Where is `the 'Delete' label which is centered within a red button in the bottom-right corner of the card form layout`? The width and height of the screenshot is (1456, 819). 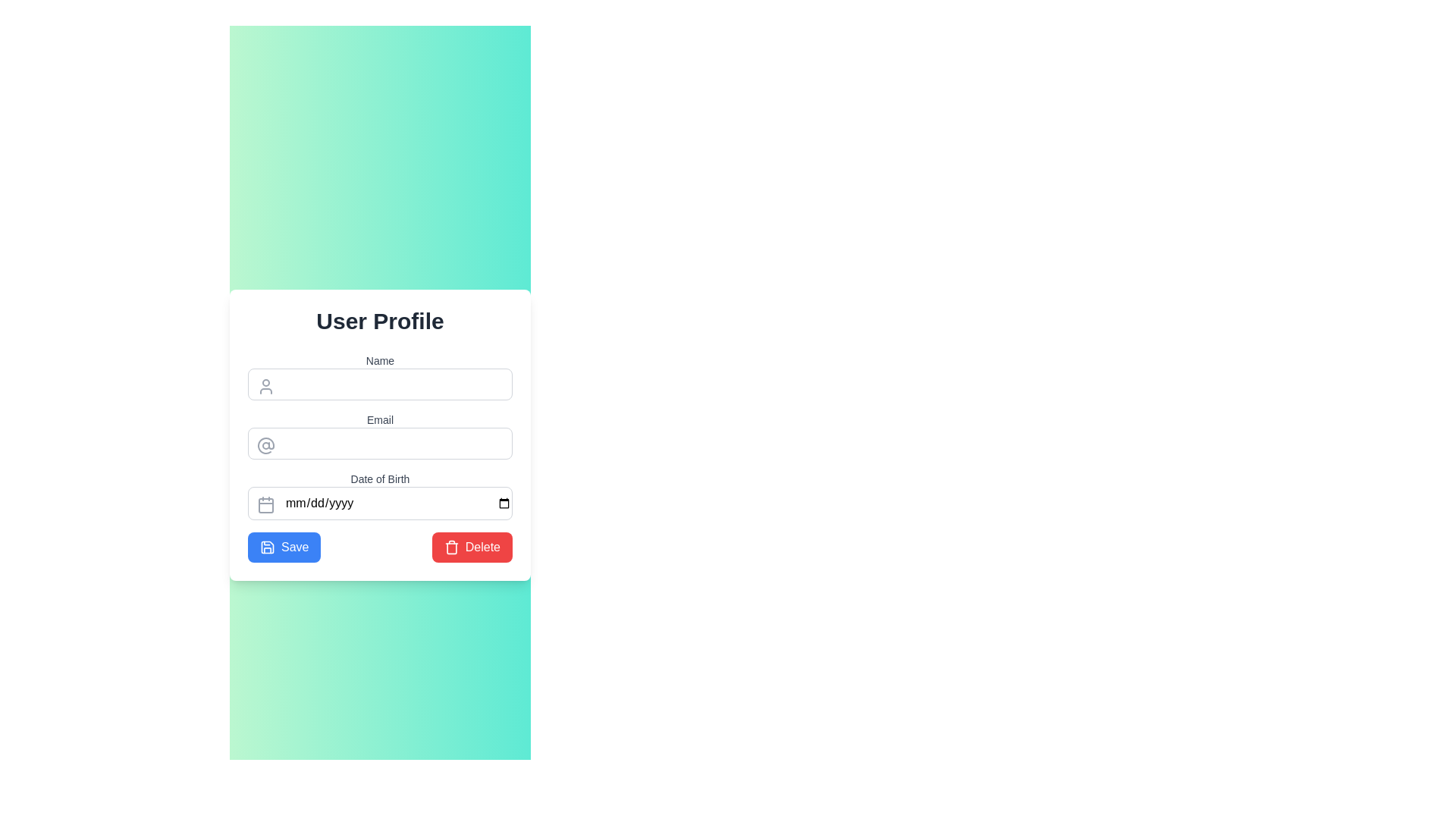
the 'Delete' label which is centered within a red button in the bottom-right corner of the card form layout is located at coordinates (482, 547).